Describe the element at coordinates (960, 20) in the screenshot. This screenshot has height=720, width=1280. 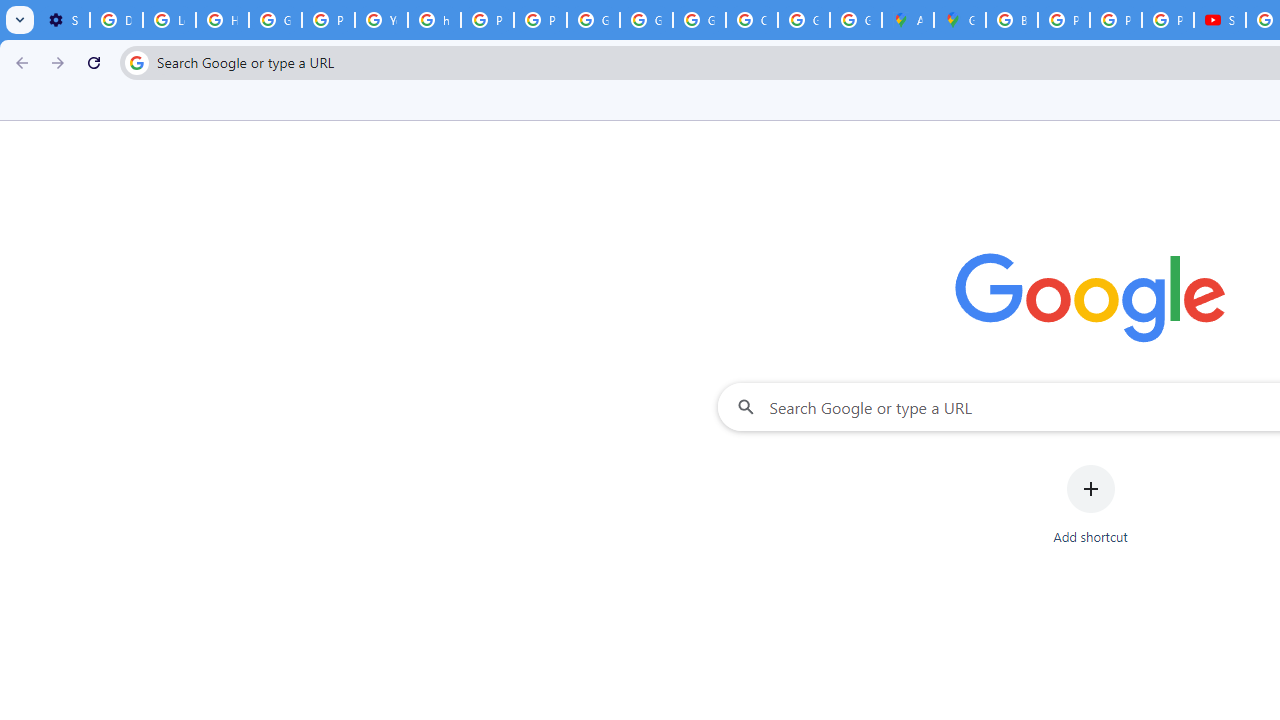
I see `'Google Maps'` at that location.